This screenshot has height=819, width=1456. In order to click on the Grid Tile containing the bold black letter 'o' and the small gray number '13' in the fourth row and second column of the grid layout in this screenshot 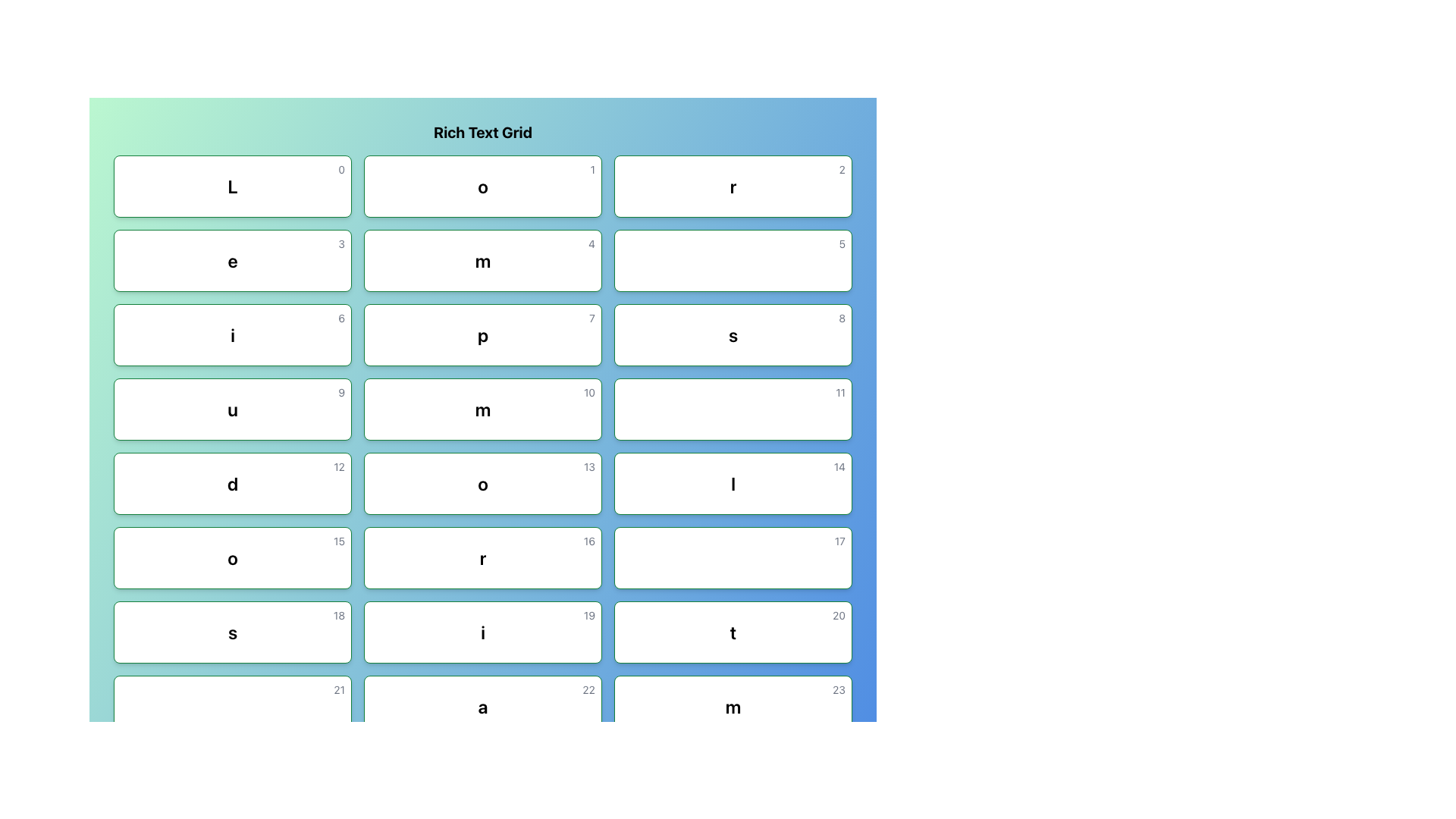, I will do `click(482, 483)`.